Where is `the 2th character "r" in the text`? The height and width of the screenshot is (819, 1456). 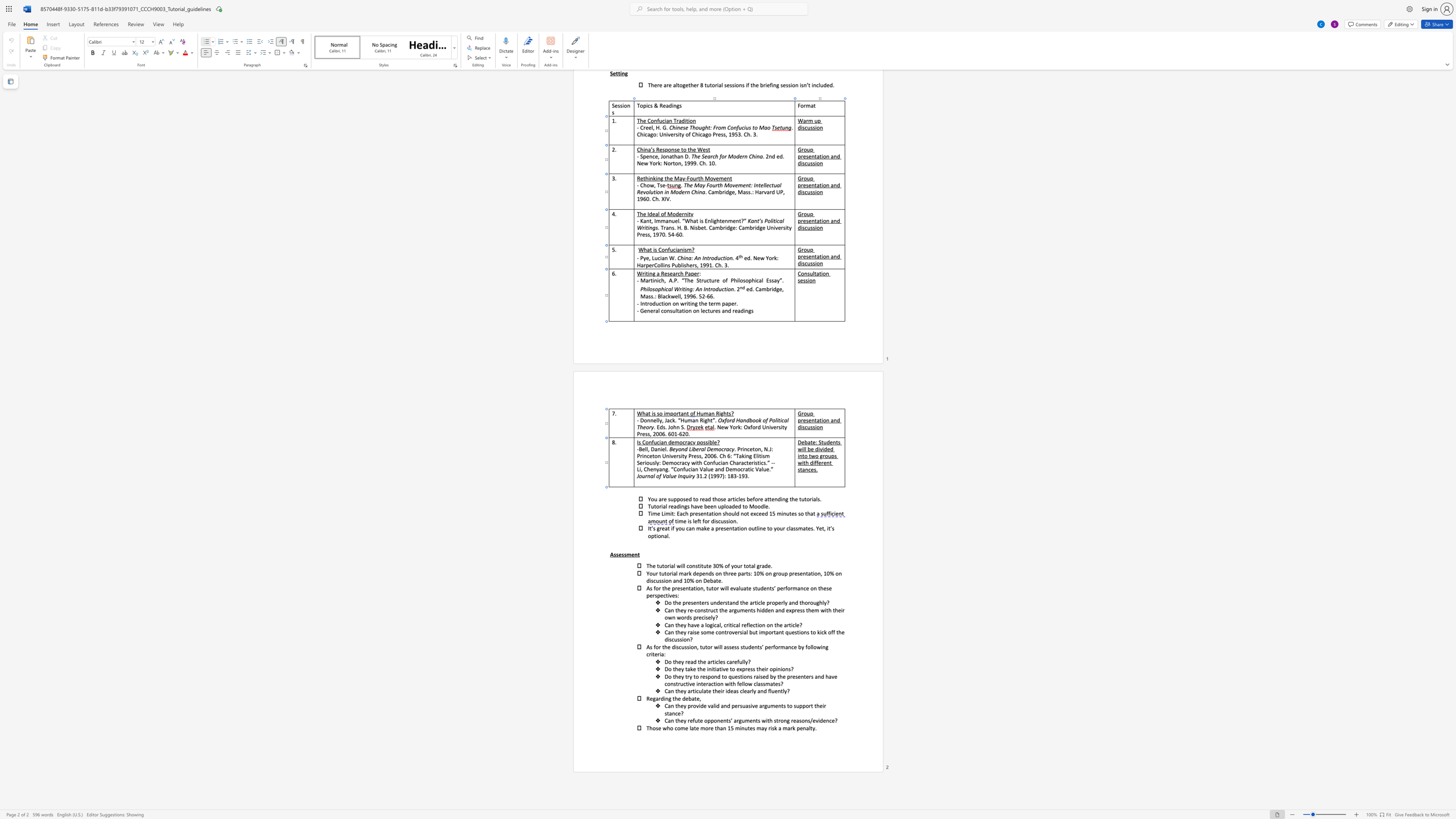
the 2th character "r" in the text is located at coordinates (769, 727).